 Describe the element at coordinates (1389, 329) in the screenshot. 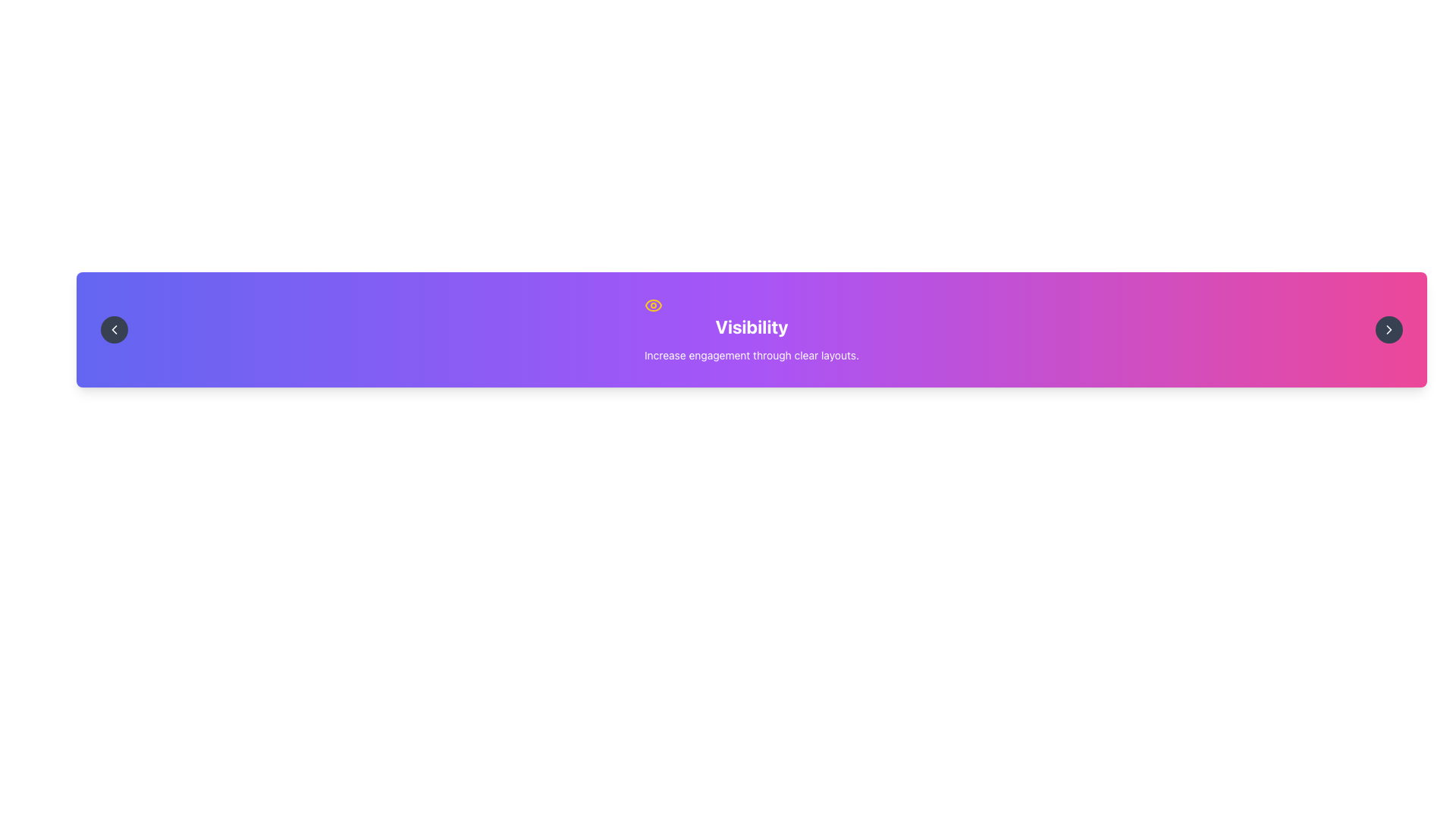

I see `the small, right-pointing chevron icon with a white stroke located inside the circular button in the top-right corner of the gradient-colored banner` at that location.